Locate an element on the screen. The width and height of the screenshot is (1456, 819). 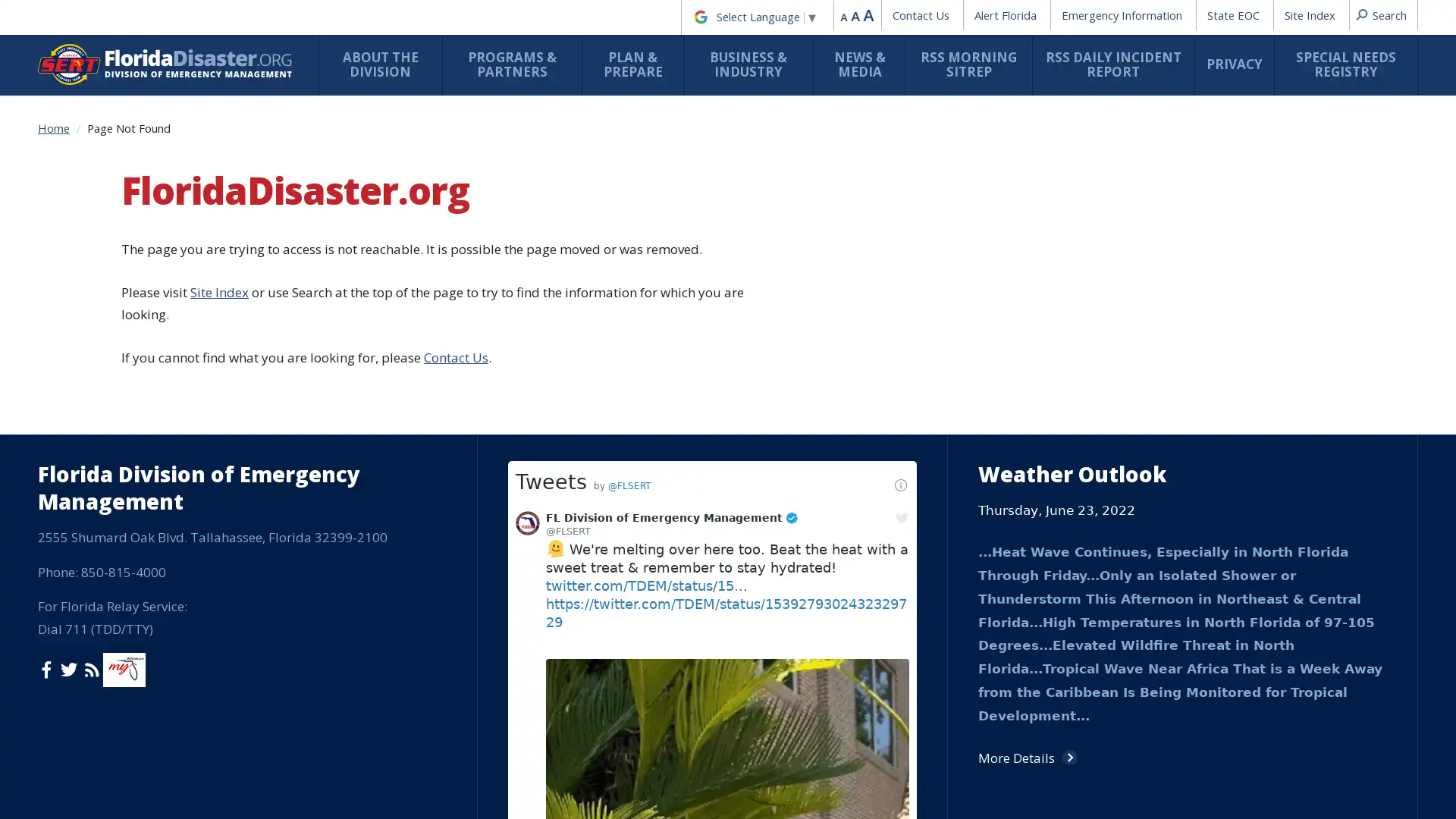
Toggle More is located at coordinates (760, 786).